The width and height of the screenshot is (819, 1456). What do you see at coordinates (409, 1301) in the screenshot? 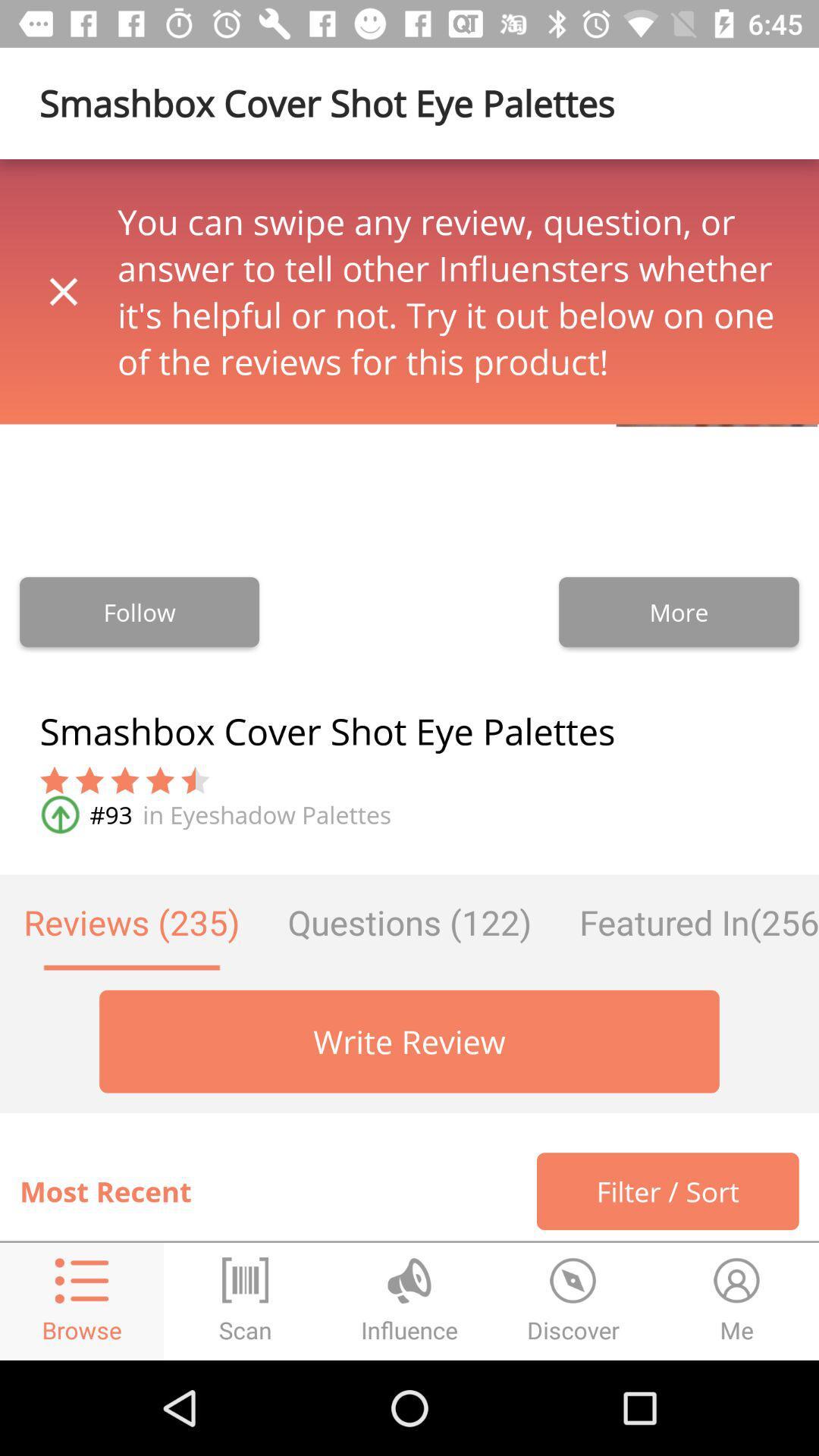
I see `the influence button on the web page` at bounding box center [409, 1301].